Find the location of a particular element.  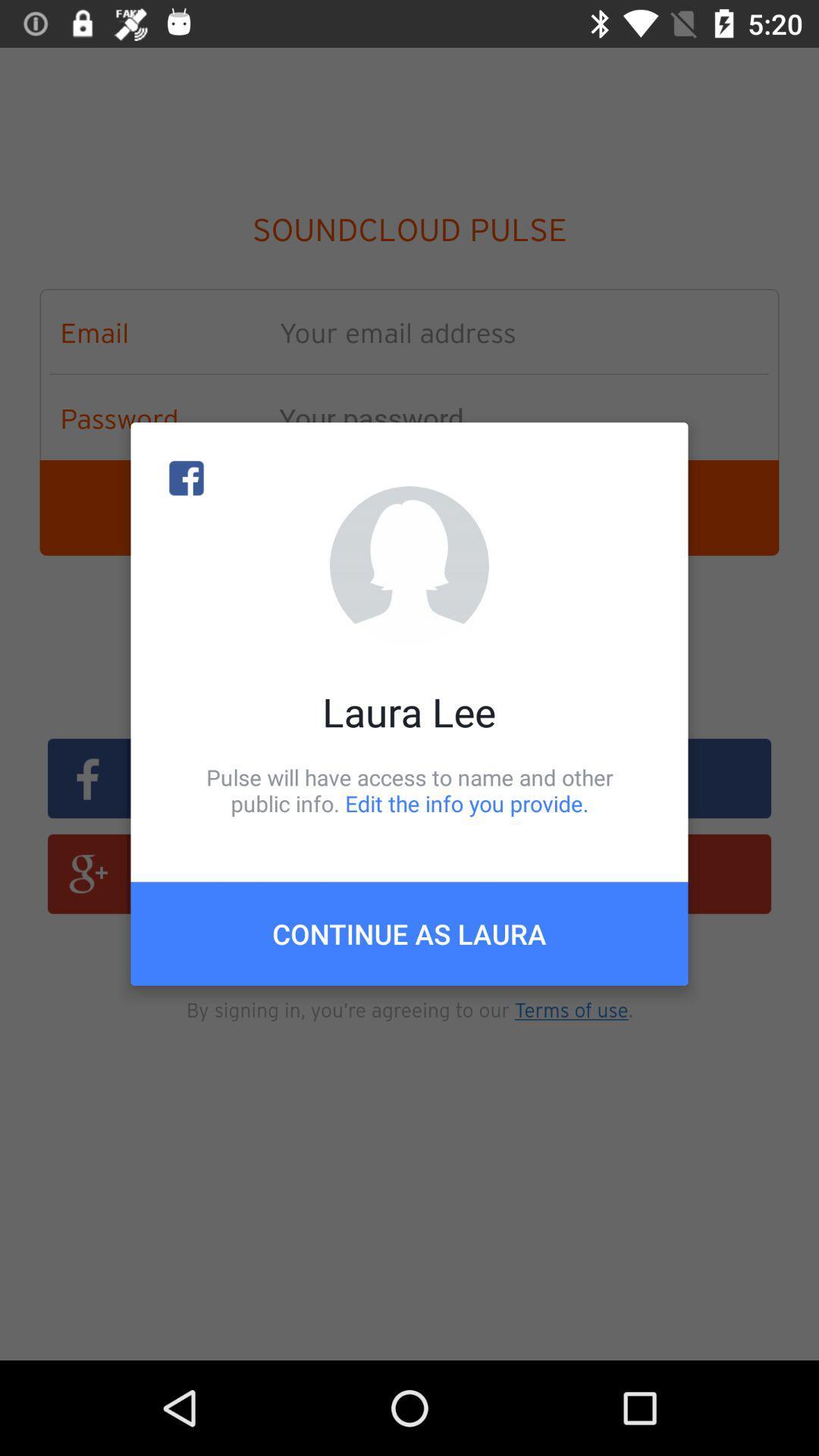

item below laura lee item is located at coordinates (409, 789).